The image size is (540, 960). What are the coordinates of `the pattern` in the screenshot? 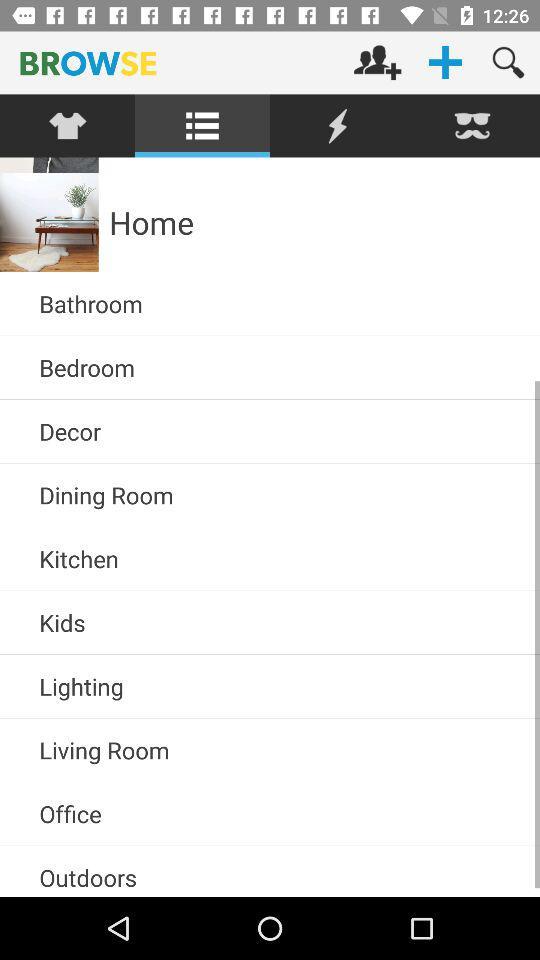 It's located at (67, 125).